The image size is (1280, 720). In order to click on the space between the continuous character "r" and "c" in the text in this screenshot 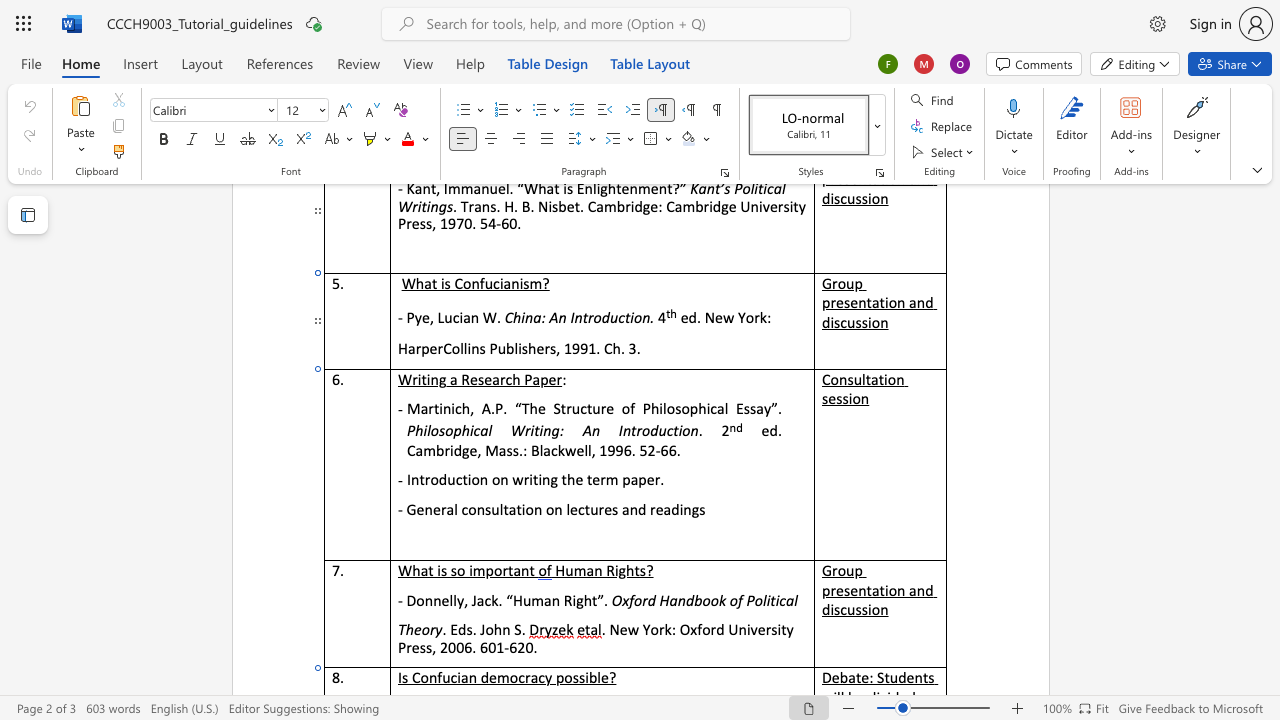, I will do `click(505, 379)`.